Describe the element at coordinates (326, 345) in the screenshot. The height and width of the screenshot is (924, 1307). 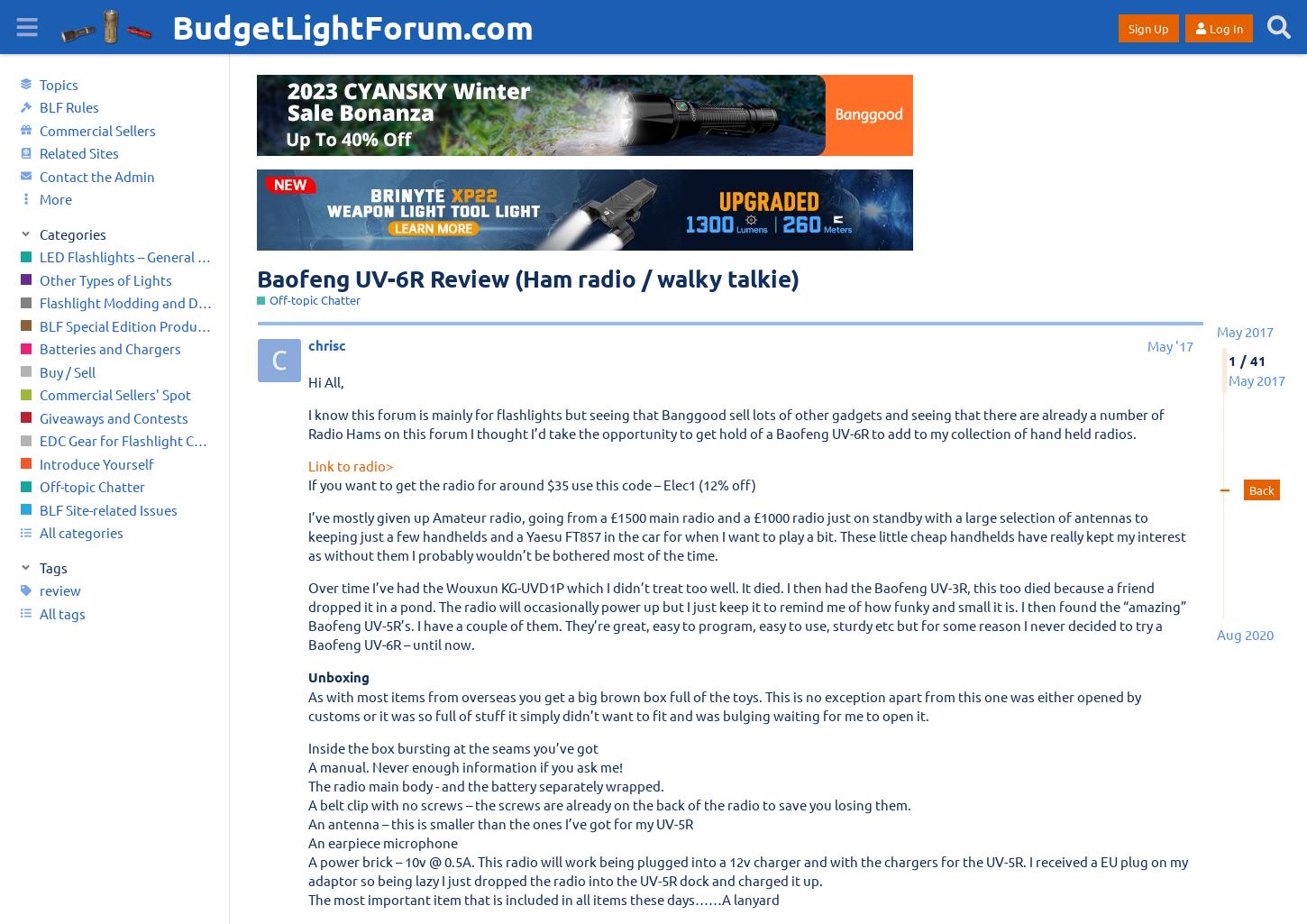
I see `'chrisc'` at that location.